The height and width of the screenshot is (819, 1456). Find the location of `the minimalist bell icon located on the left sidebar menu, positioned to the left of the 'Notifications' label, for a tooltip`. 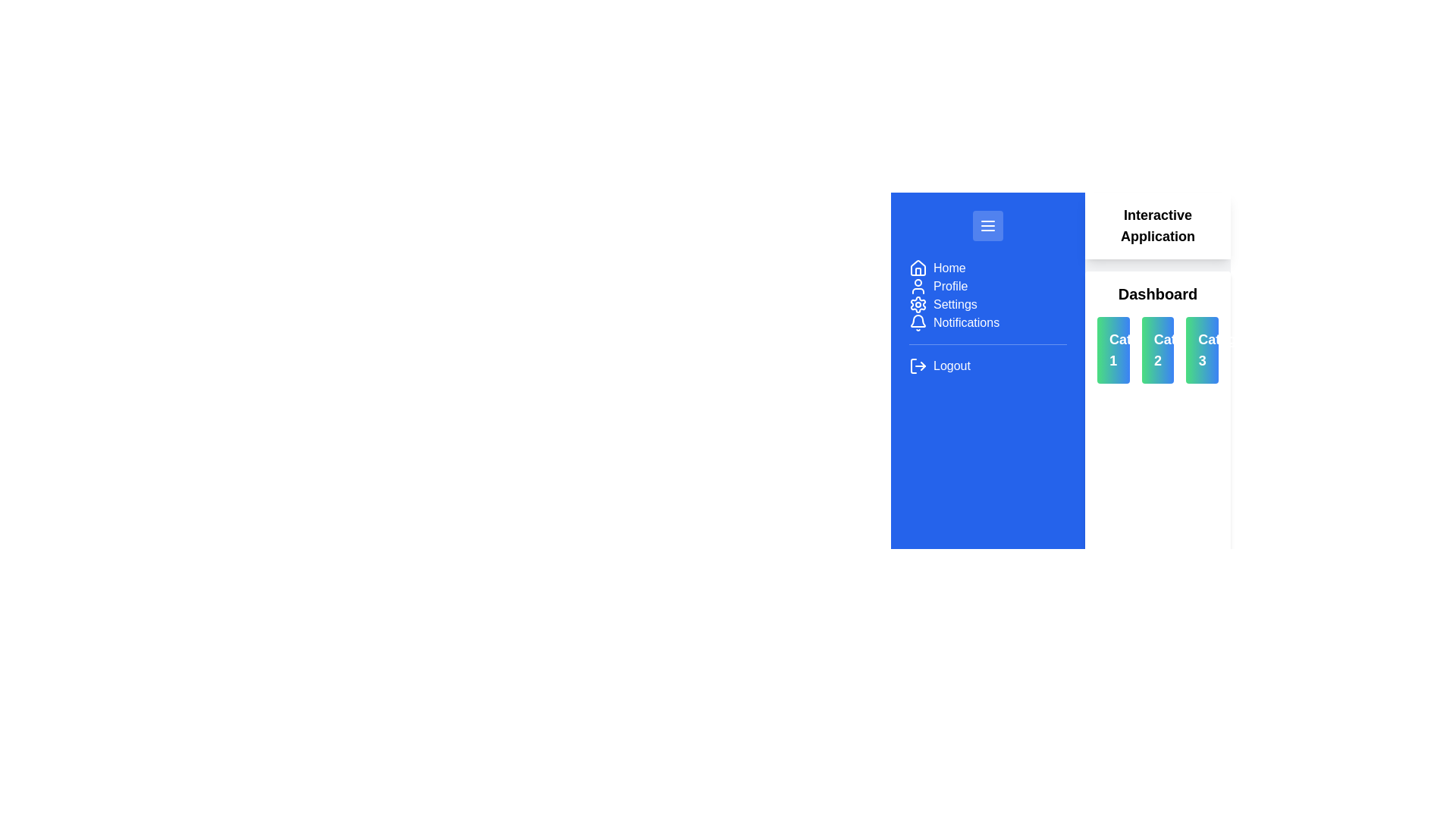

the minimalist bell icon located on the left sidebar menu, positioned to the left of the 'Notifications' label, for a tooltip is located at coordinates (917, 322).